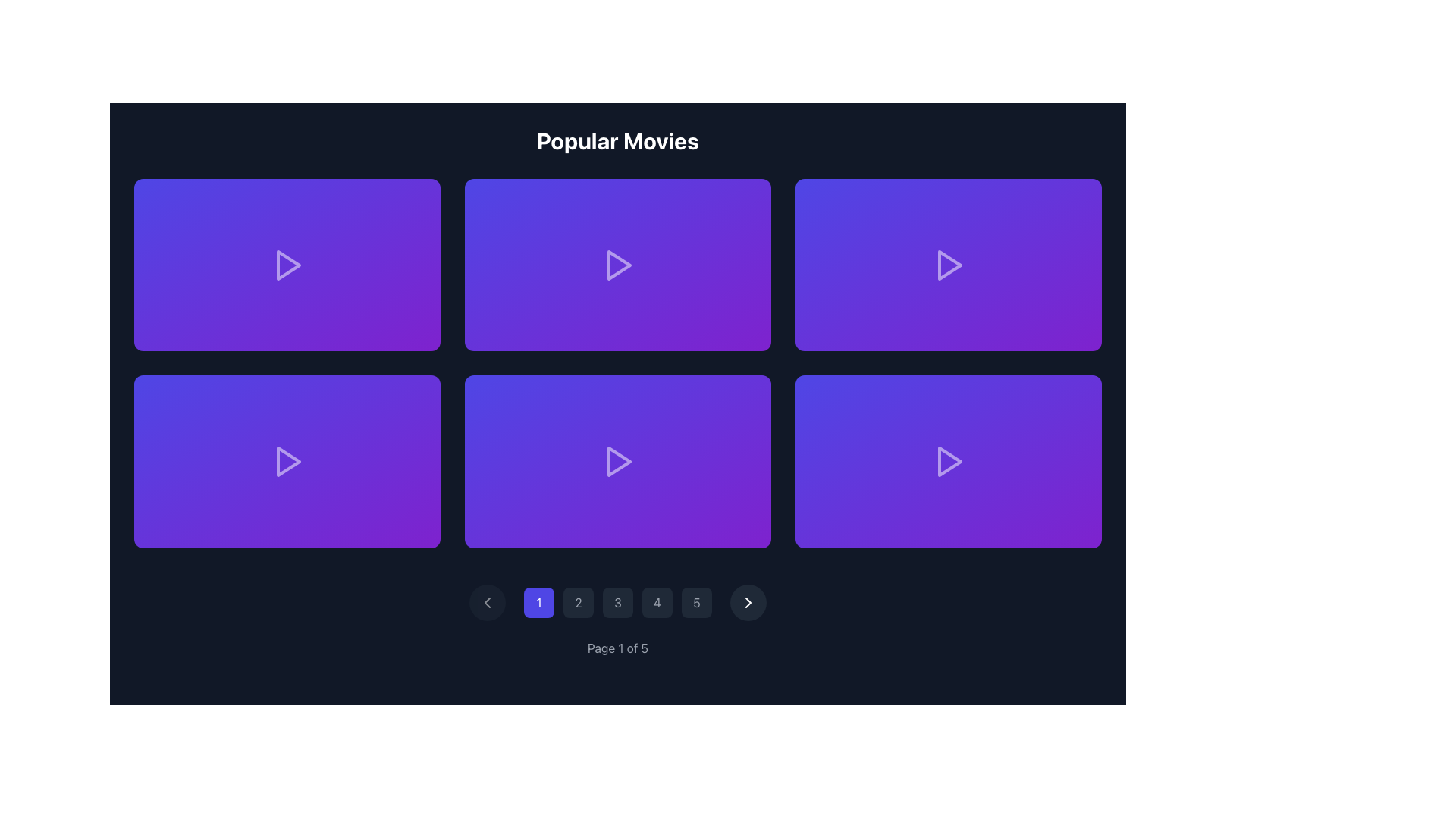 The height and width of the screenshot is (819, 1456). Describe the element at coordinates (288, 460) in the screenshot. I see `the play button located in the second row, first column of the grid layout` at that location.